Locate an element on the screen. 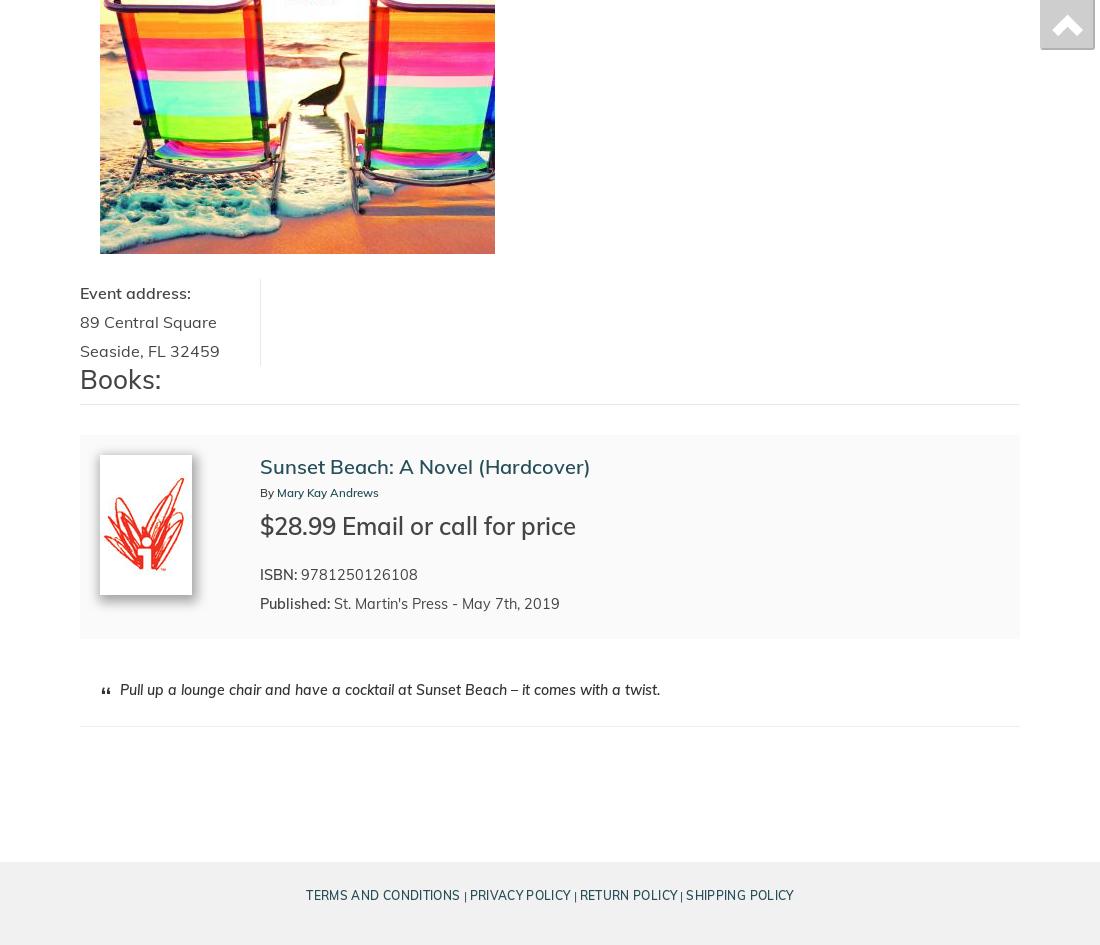  'Event address:' is located at coordinates (79, 293).